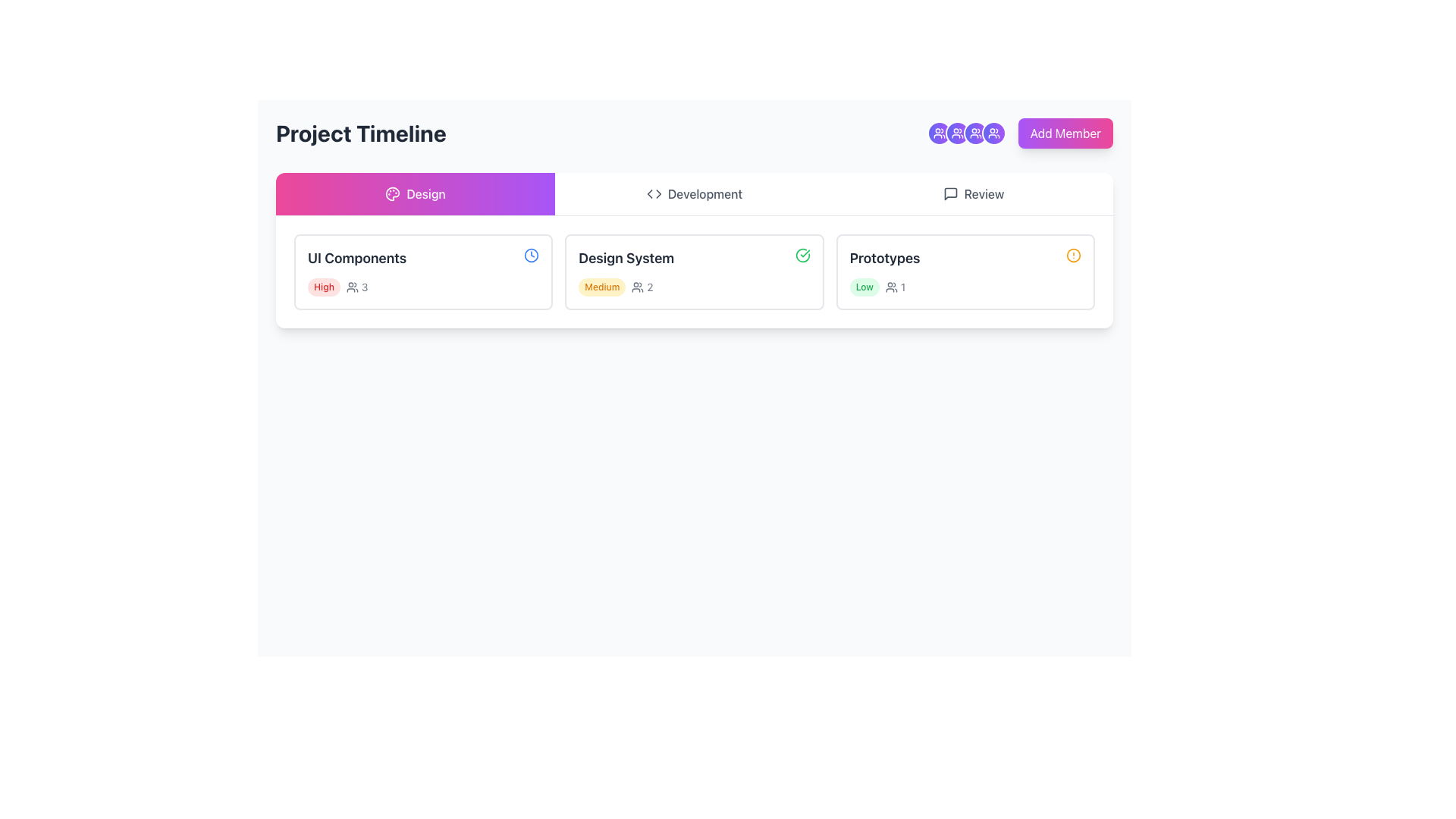 The image size is (1456, 819). What do you see at coordinates (415, 193) in the screenshot?
I see `the 'Design' button, which is the first button in the horizontal row of navigation buttons` at bounding box center [415, 193].